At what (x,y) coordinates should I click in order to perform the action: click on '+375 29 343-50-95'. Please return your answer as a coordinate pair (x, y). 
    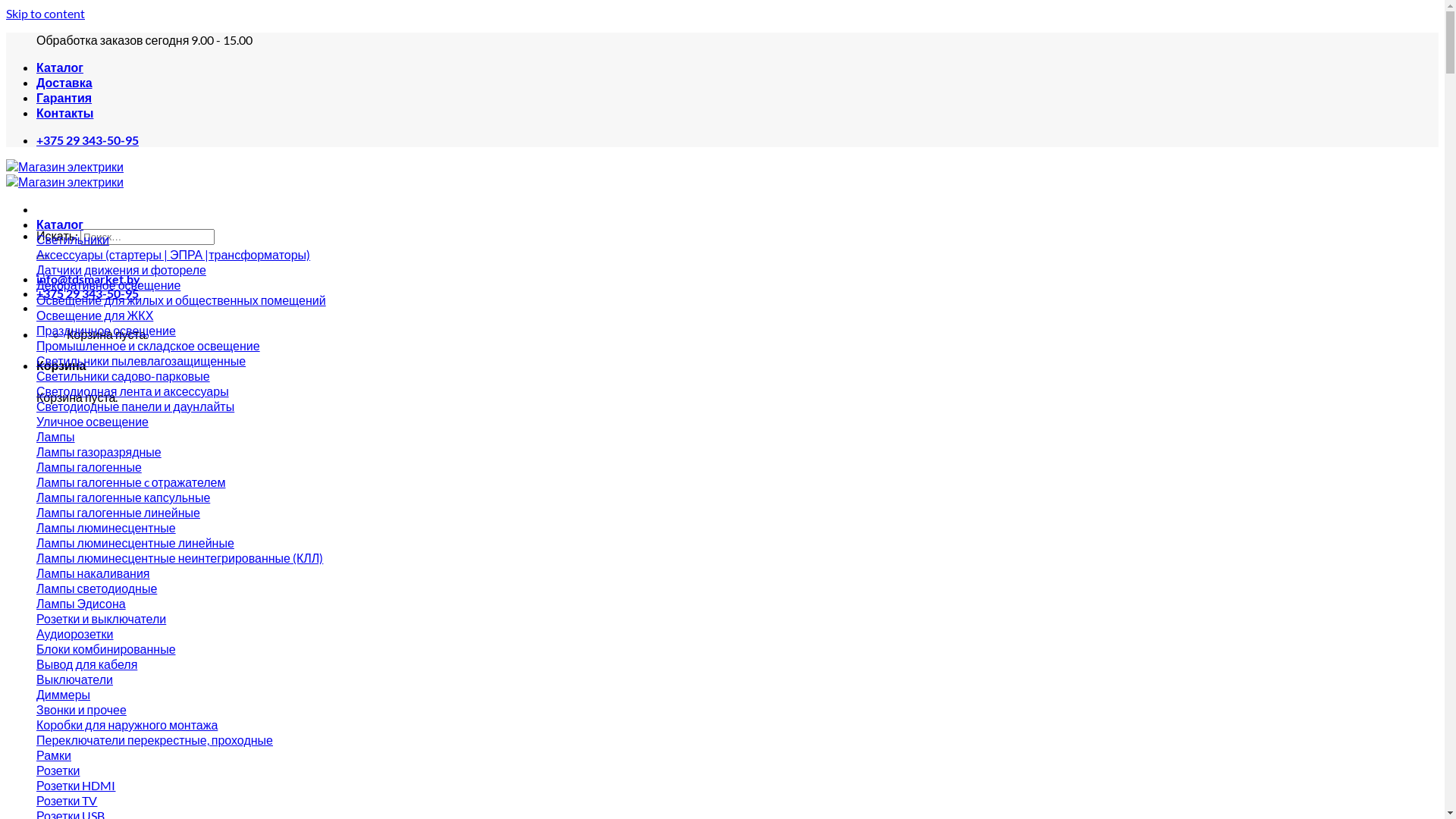
    Looking at the image, I should click on (86, 140).